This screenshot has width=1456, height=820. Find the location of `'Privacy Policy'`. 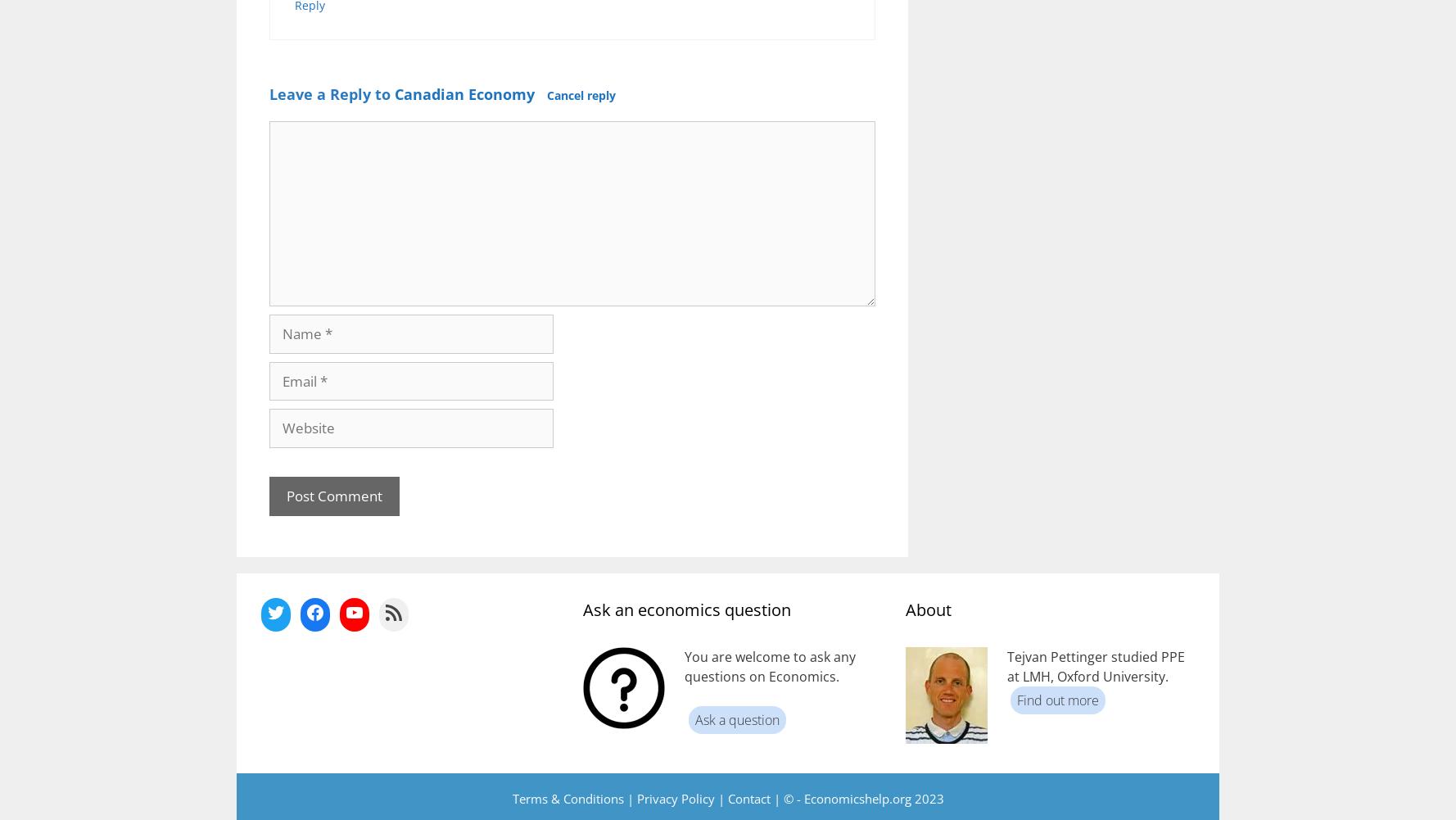

'Privacy Policy' is located at coordinates (675, 796).